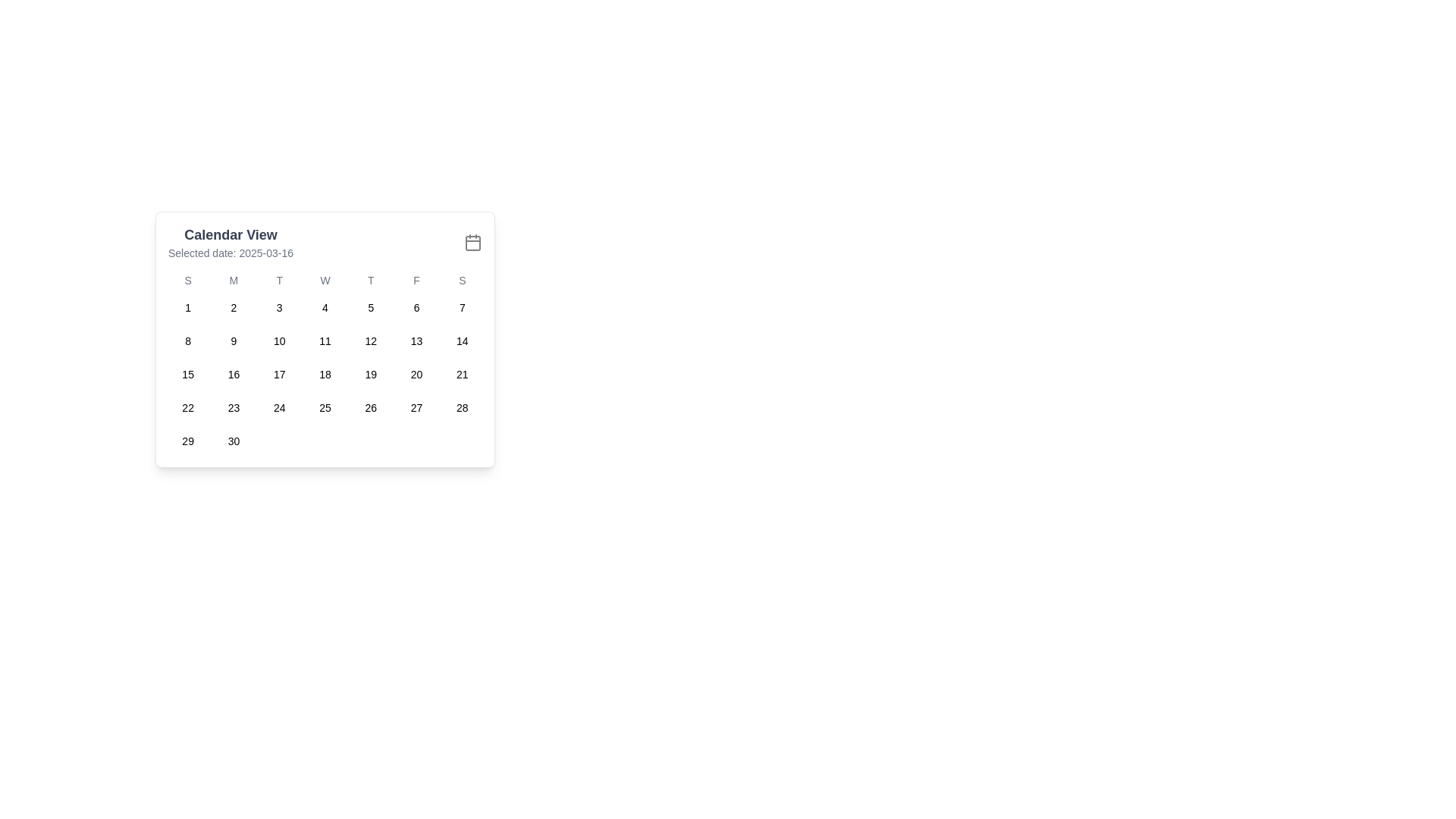 The image size is (1456, 819). What do you see at coordinates (187, 281) in the screenshot?
I see `the header label for Sunday, which is the first element in the sequence of week day initials in the top-left corner of the calendar grid` at bounding box center [187, 281].